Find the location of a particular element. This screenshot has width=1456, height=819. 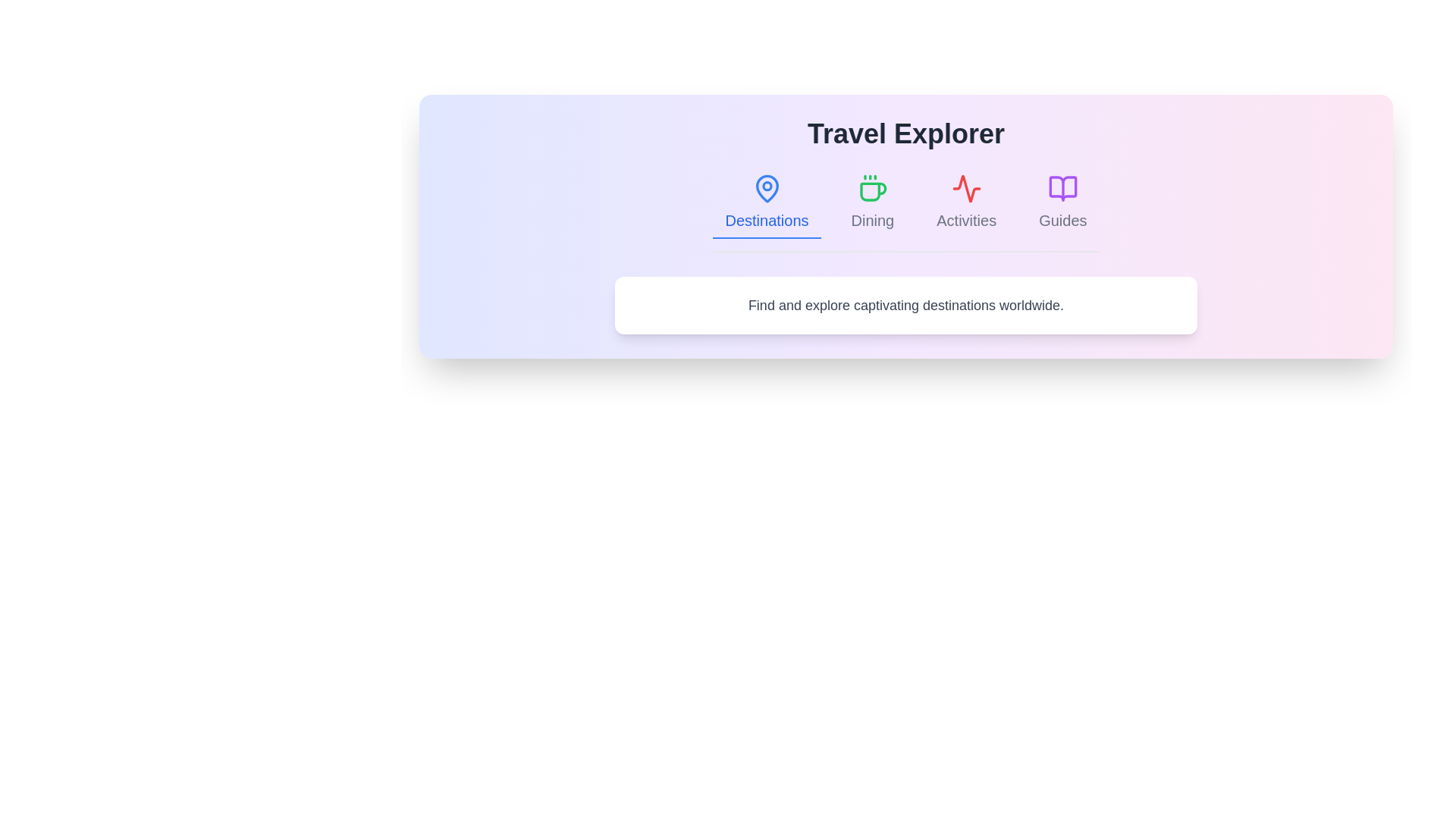

the tab labeled Guides to view its content is located at coordinates (1062, 202).